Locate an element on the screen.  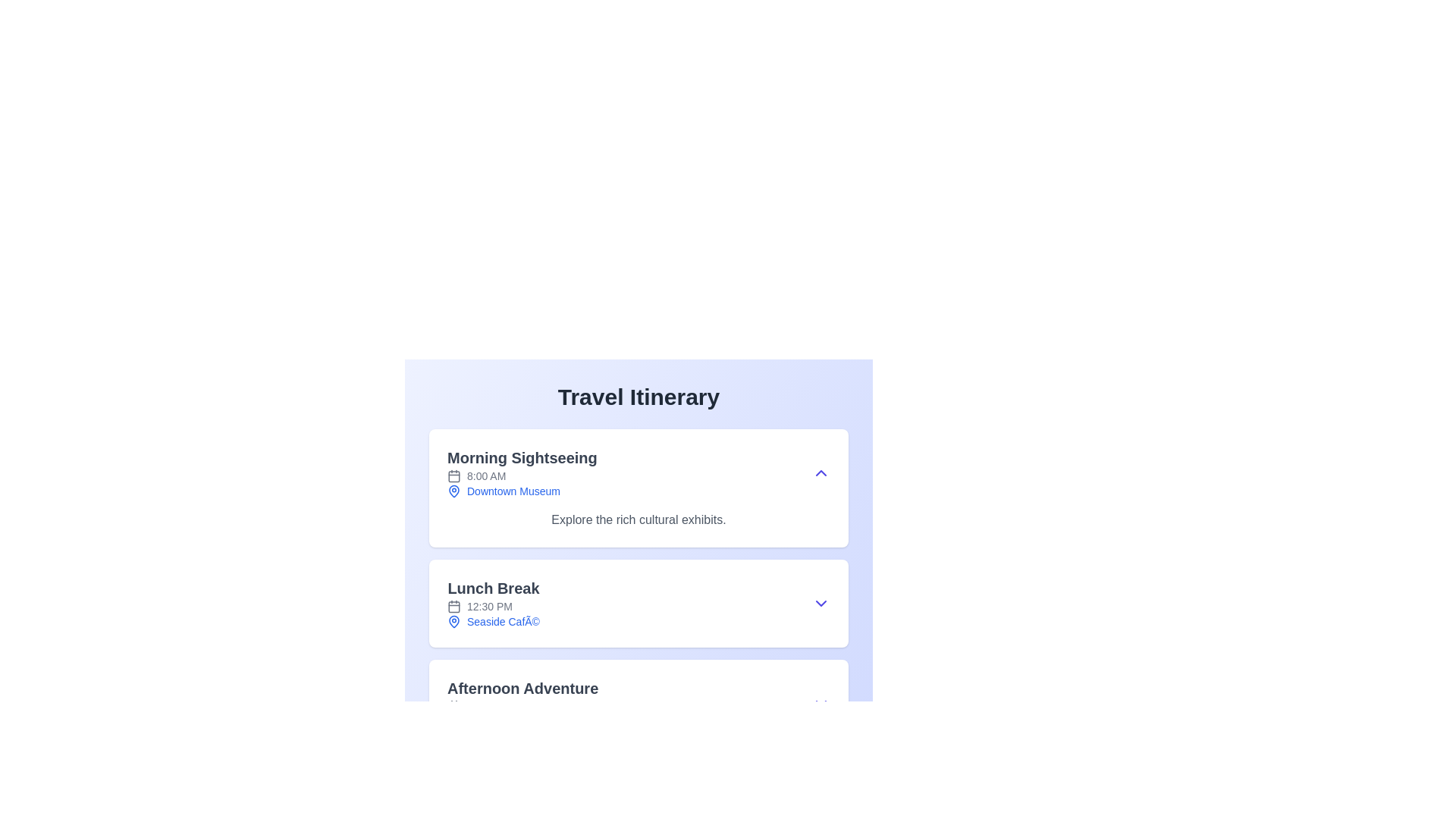
the calendar icon located in the 'Morning Sightseeing' section of the 'Travel Itinerary' interface, which is styled in gray and positioned to the left of the text '8:00 AM' is located at coordinates (453, 475).